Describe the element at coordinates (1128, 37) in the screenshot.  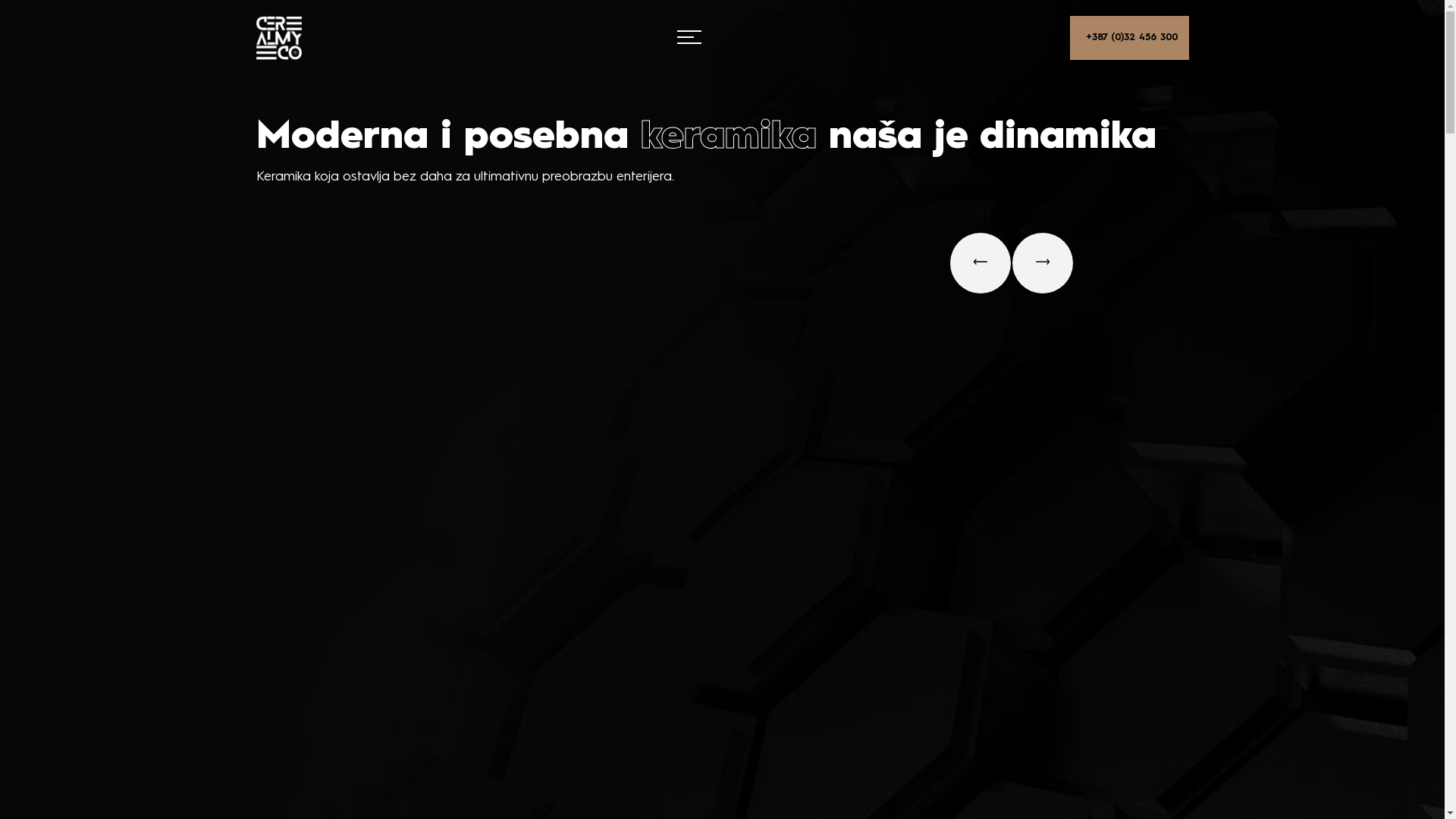
I see `'+387 (0)32 456 300'` at that location.